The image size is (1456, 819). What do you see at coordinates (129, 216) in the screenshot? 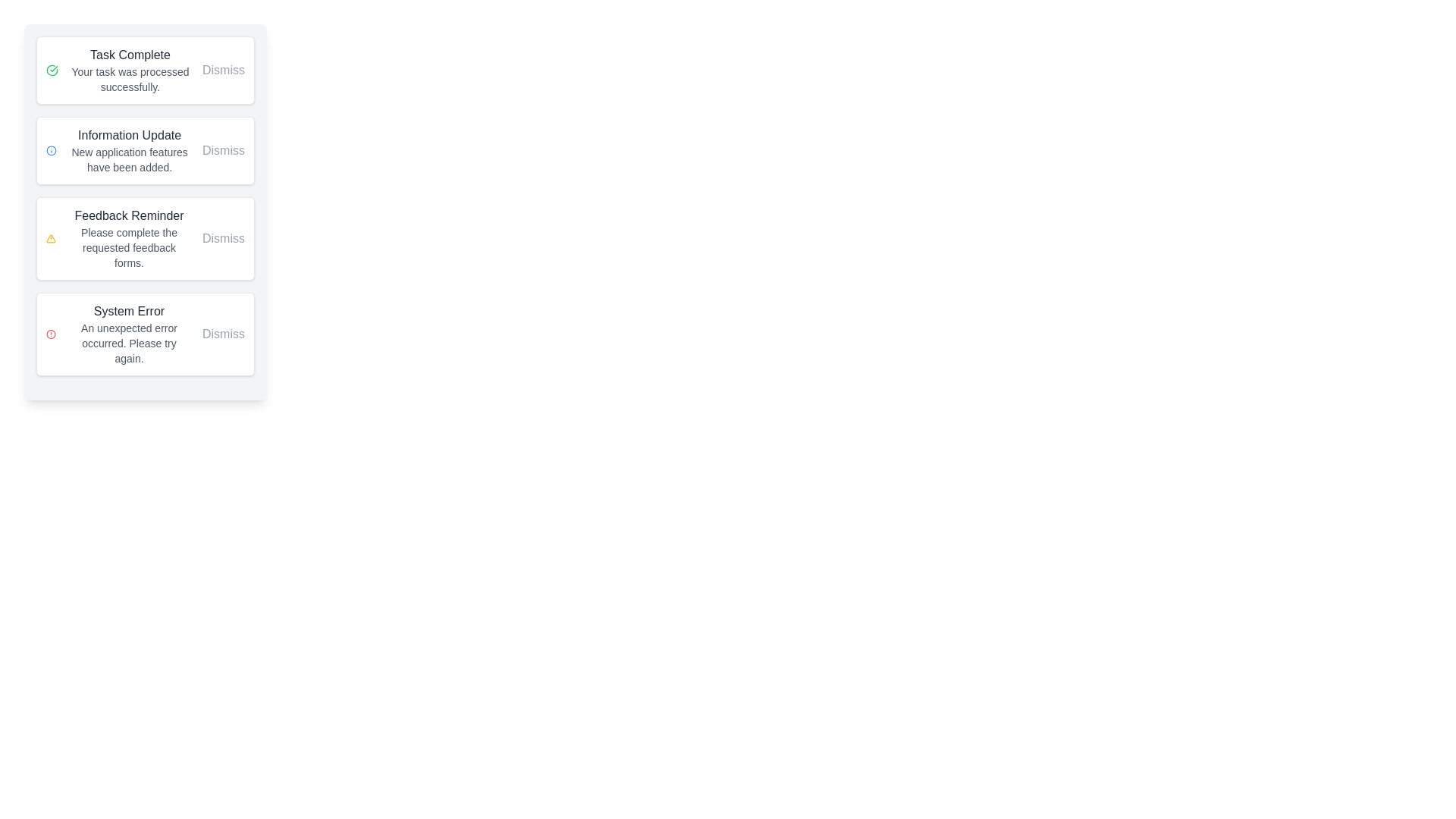
I see `the Text Header of the third notification box, which provides a summary for the notification message` at bounding box center [129, 216].